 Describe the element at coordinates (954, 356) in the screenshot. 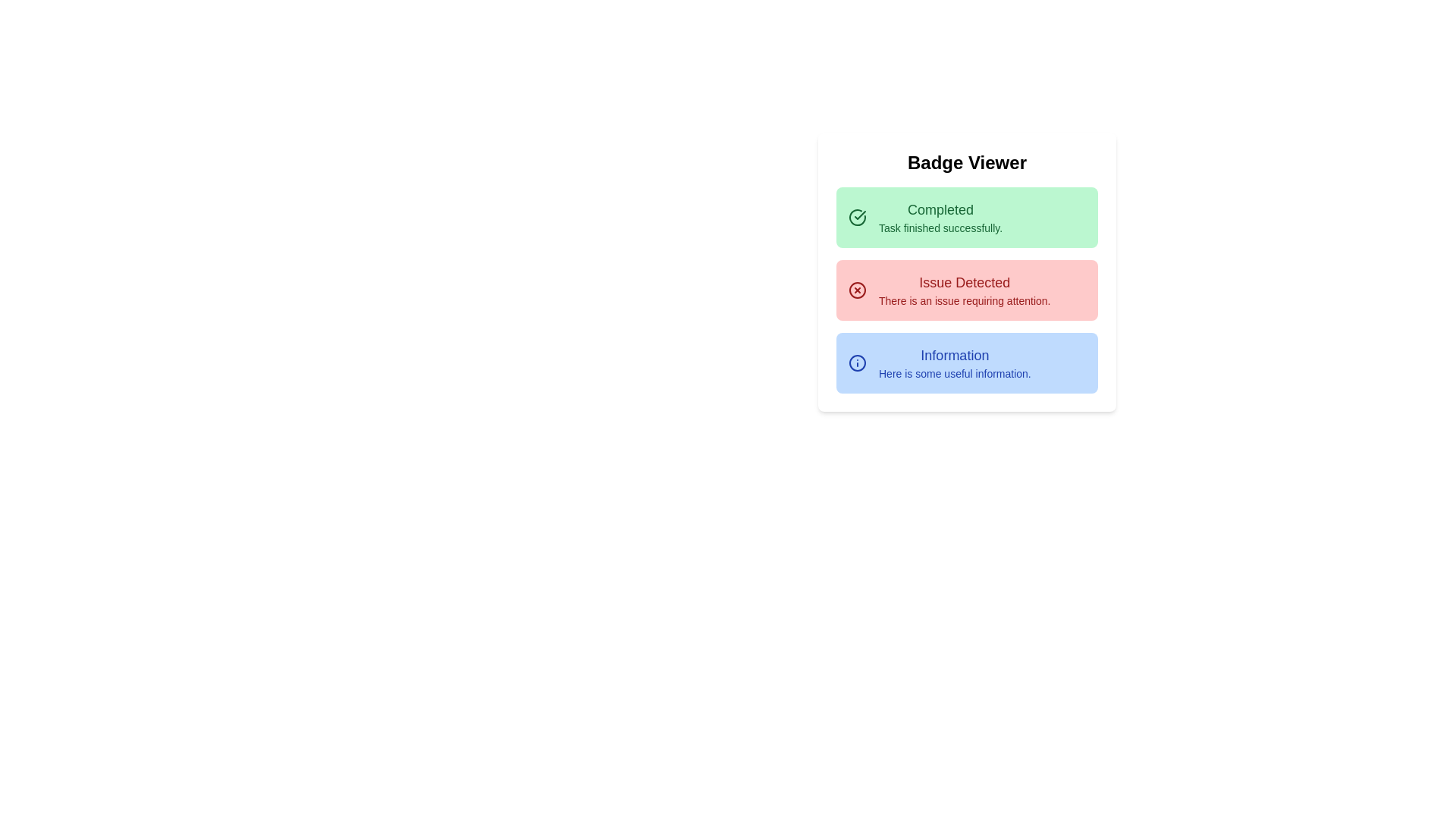

I see `the text label that serves as a heading for the blue section below it, indicating the type of information presented` at that location.